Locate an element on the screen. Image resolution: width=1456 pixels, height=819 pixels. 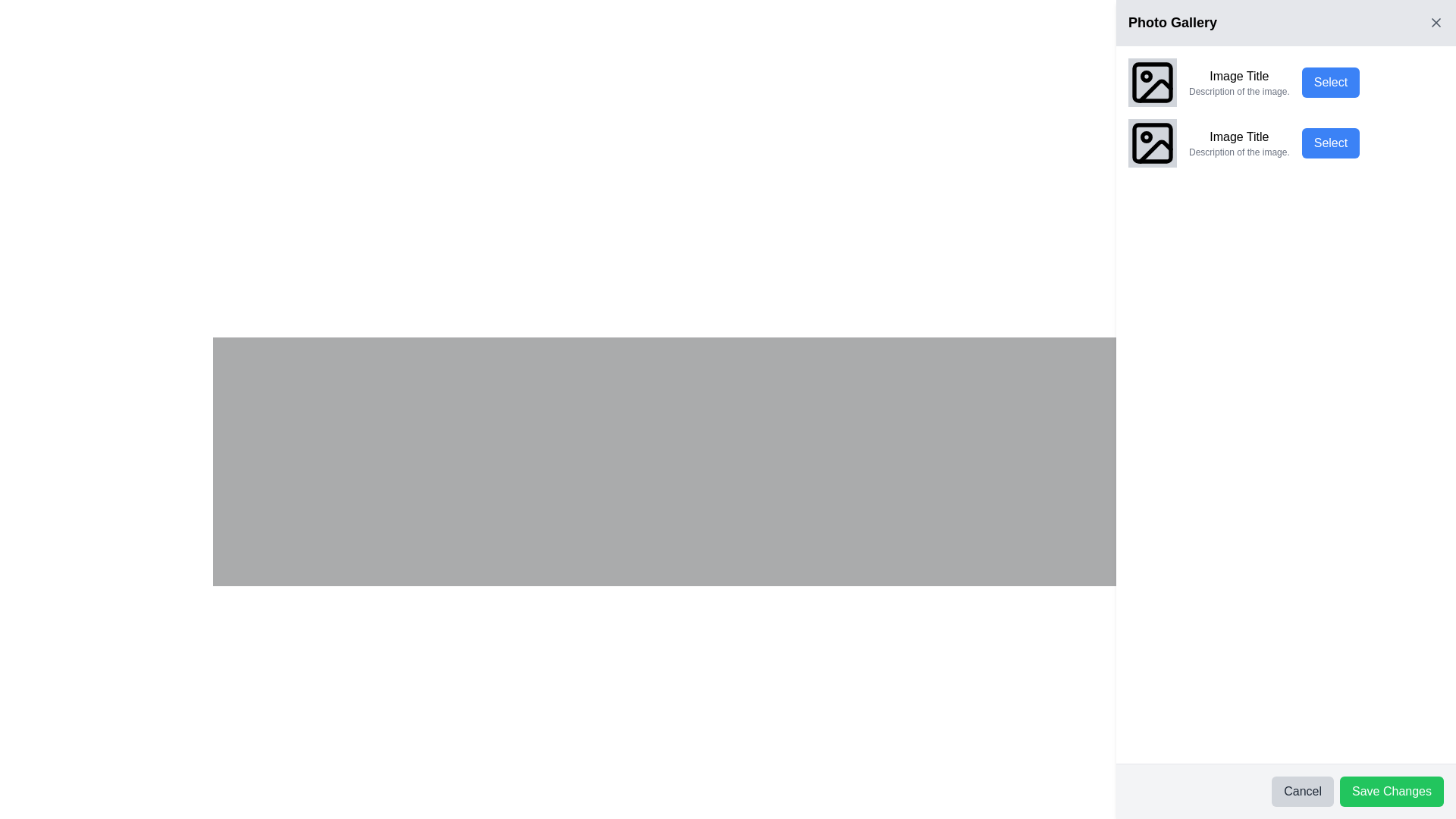
text of the title Text label, which is positioned above the description 'Description of the image.' is located at coordinates (1239, 76).